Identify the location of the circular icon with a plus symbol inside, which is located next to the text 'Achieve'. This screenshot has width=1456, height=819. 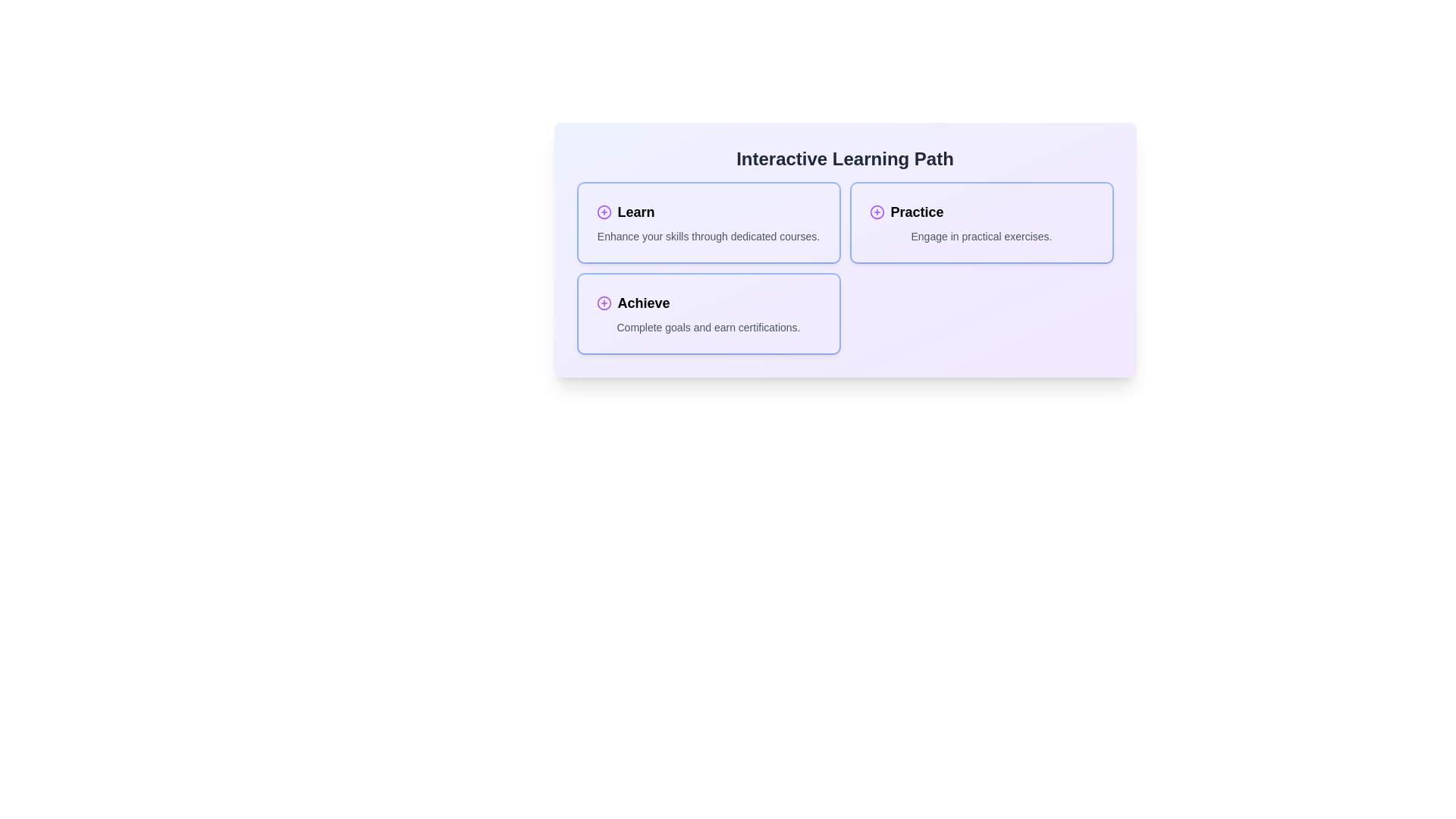
(603, 303).